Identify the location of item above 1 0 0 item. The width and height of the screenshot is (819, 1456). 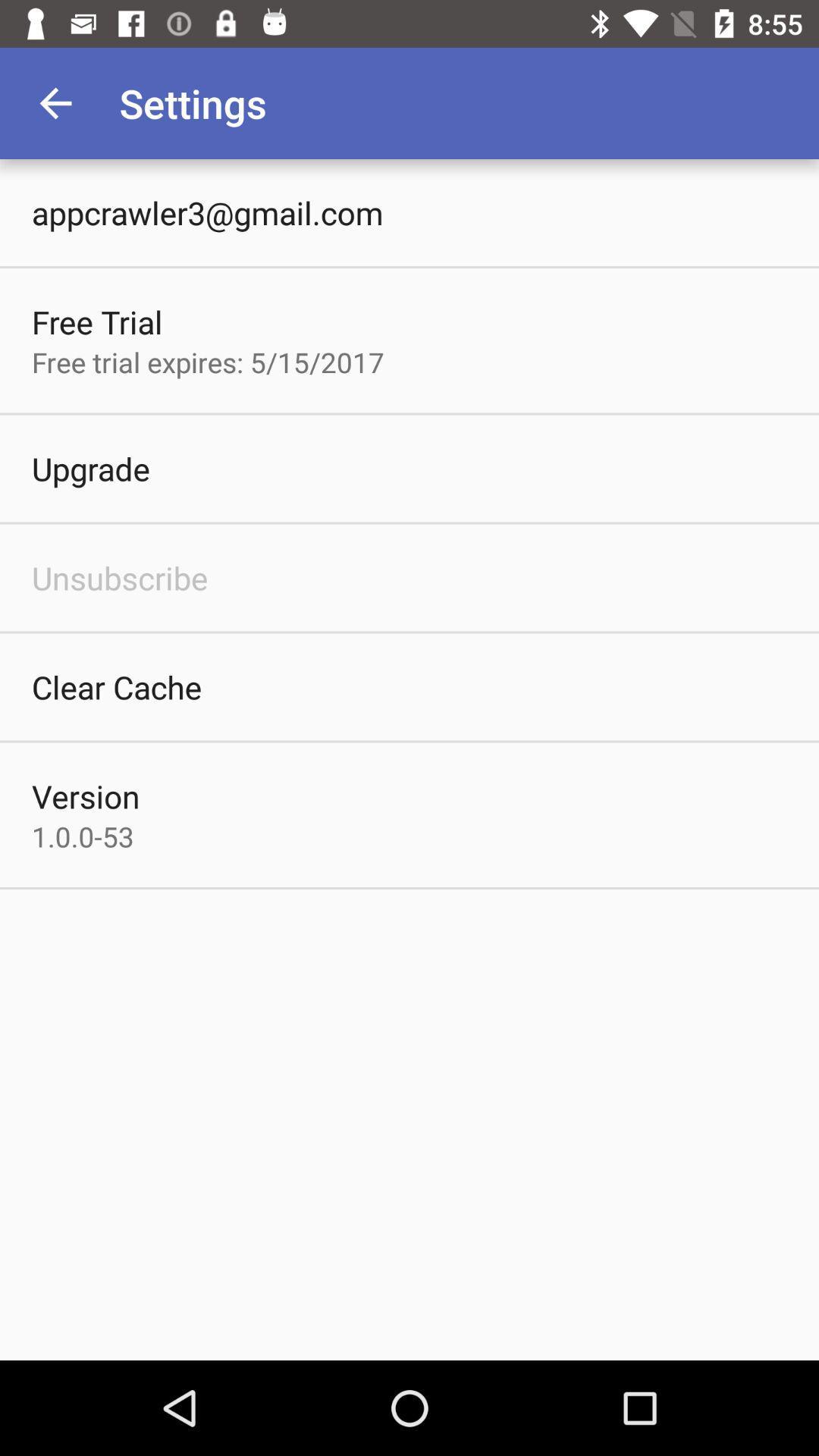
(86, 795).